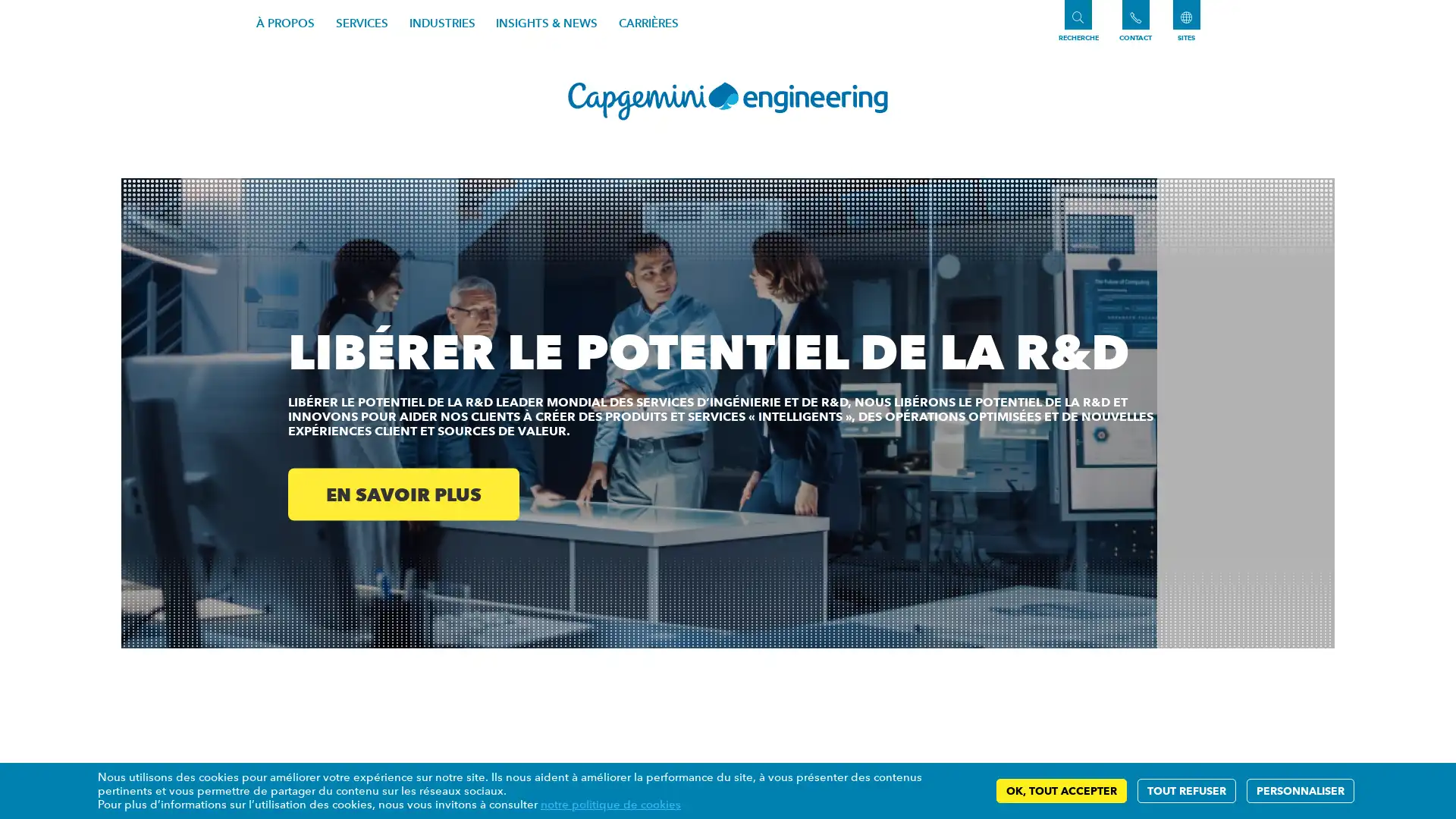  I want to click on OK, TOUT ACCEPTER, so click(1061, 789).